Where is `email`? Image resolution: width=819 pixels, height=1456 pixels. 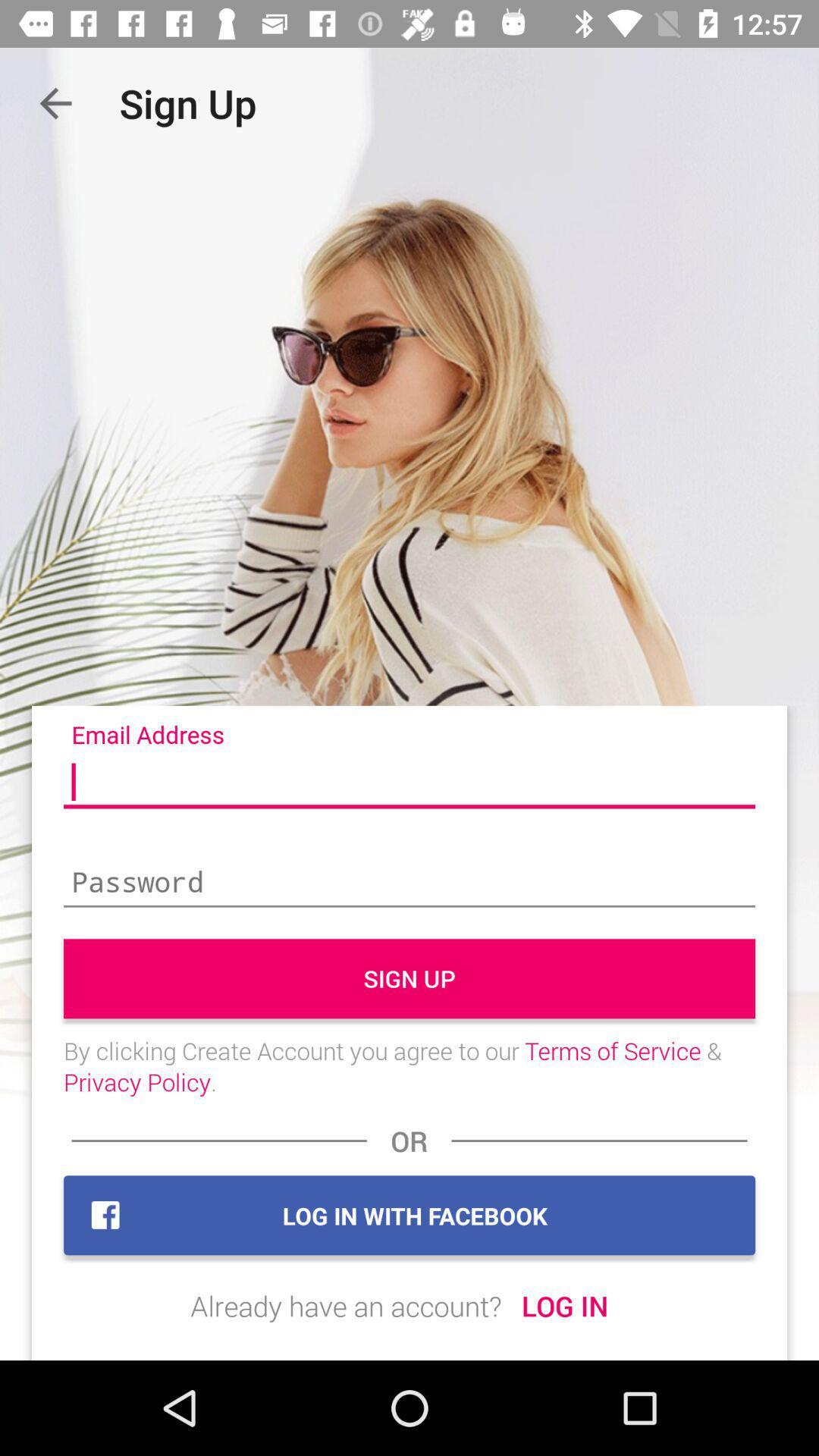
email is located at coordinates (409, 783).